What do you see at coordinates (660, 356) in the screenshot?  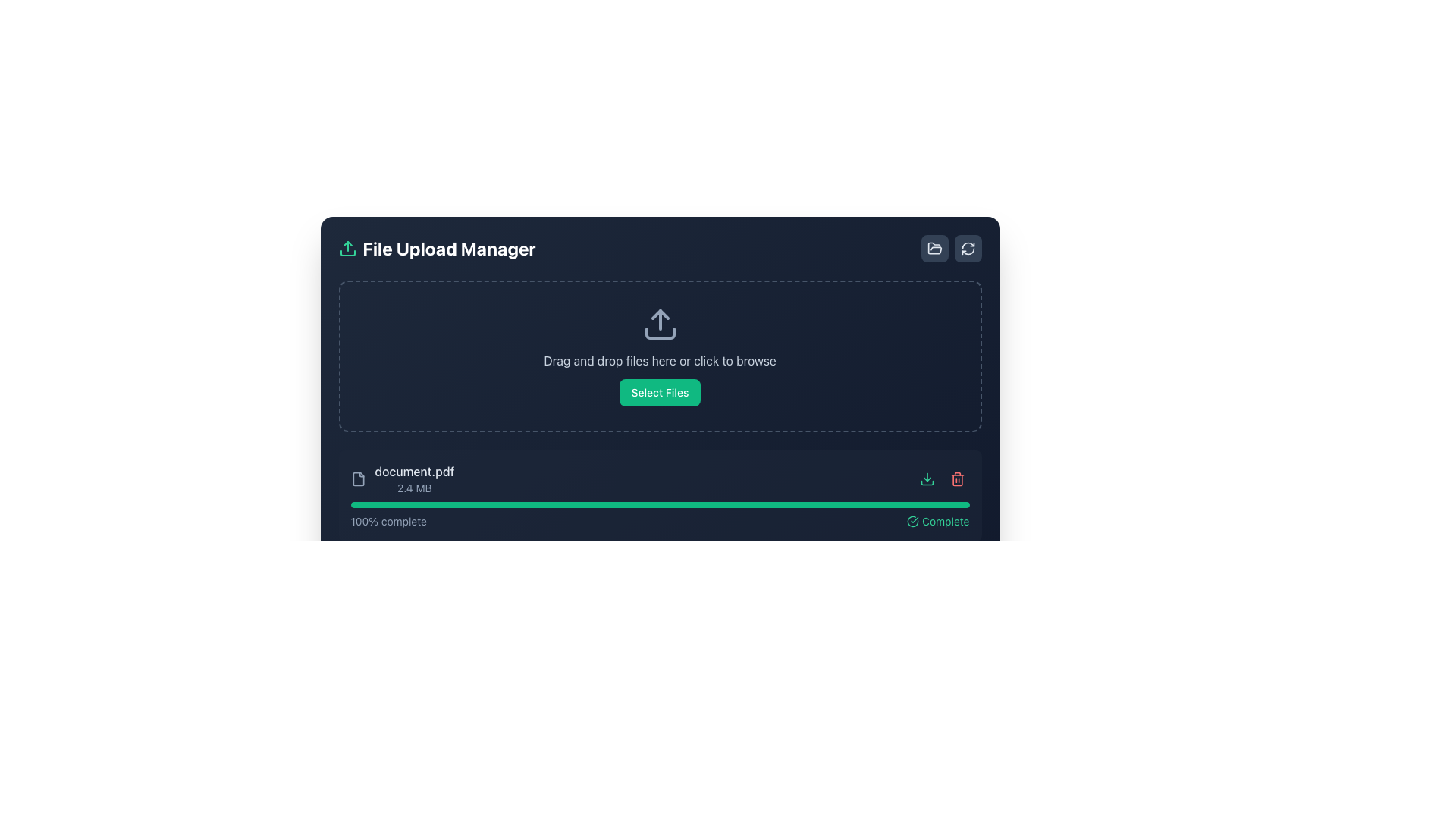 I see `the Interactive file upload area, which features a centered upload icon, a text prompt stating 'Drag and drop files here or click to browse', and a green 'Select Files' button below the prompt` at bounding box center [660, 356].